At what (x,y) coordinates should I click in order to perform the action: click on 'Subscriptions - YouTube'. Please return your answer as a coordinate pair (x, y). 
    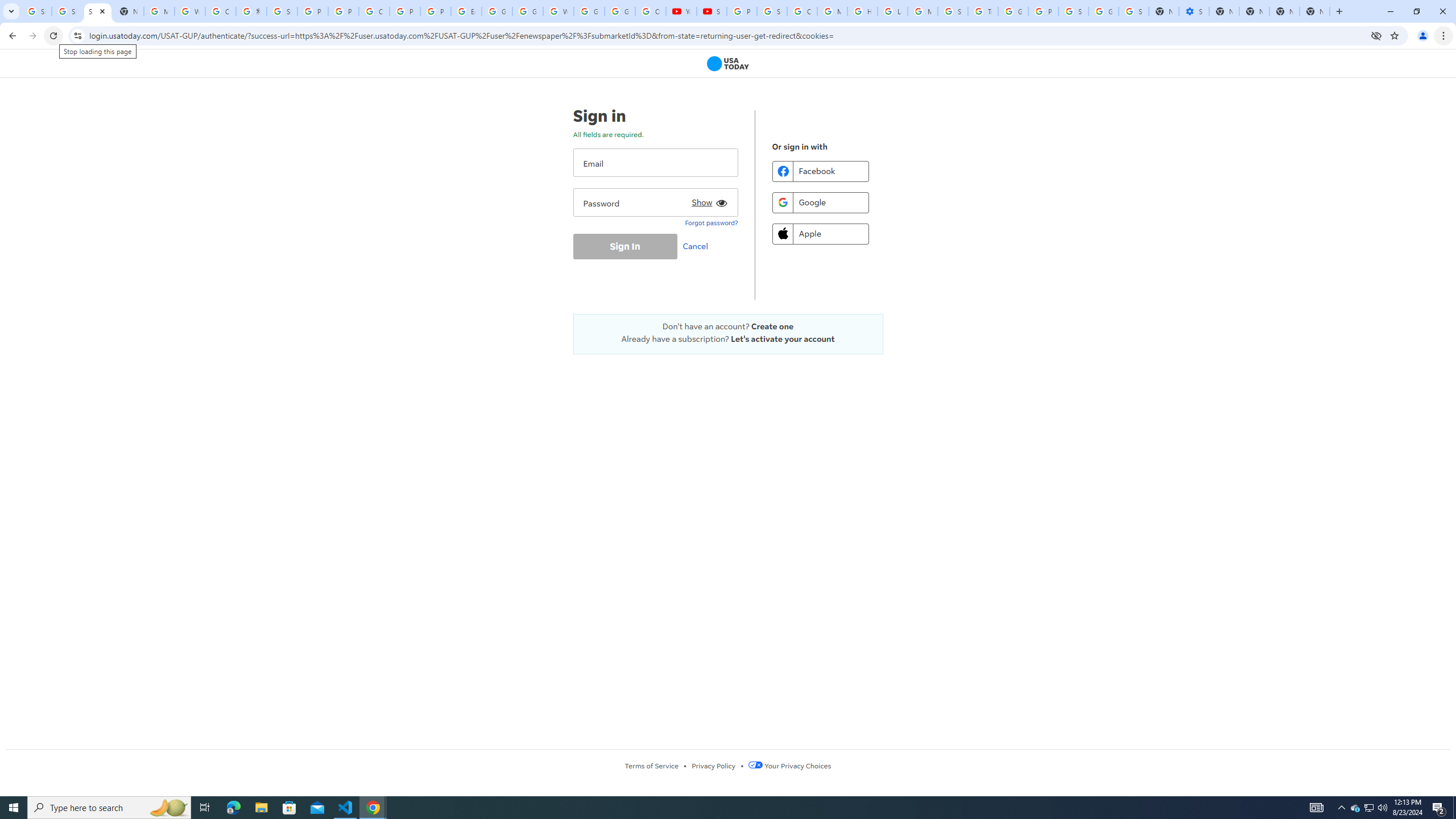
    Looking at the image, I should click on (712, 11).